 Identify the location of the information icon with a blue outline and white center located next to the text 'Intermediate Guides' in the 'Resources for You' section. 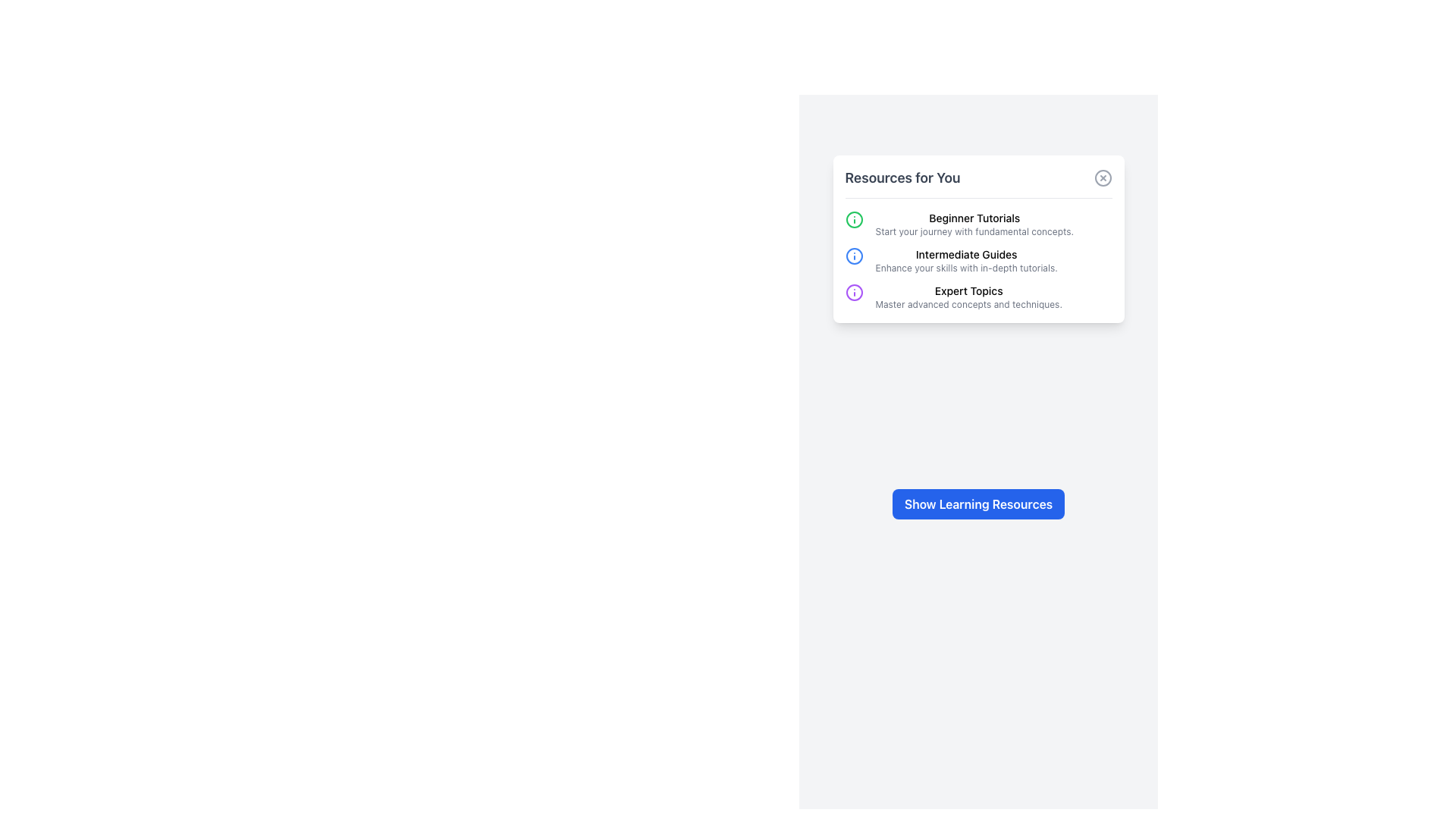
(854, 256).